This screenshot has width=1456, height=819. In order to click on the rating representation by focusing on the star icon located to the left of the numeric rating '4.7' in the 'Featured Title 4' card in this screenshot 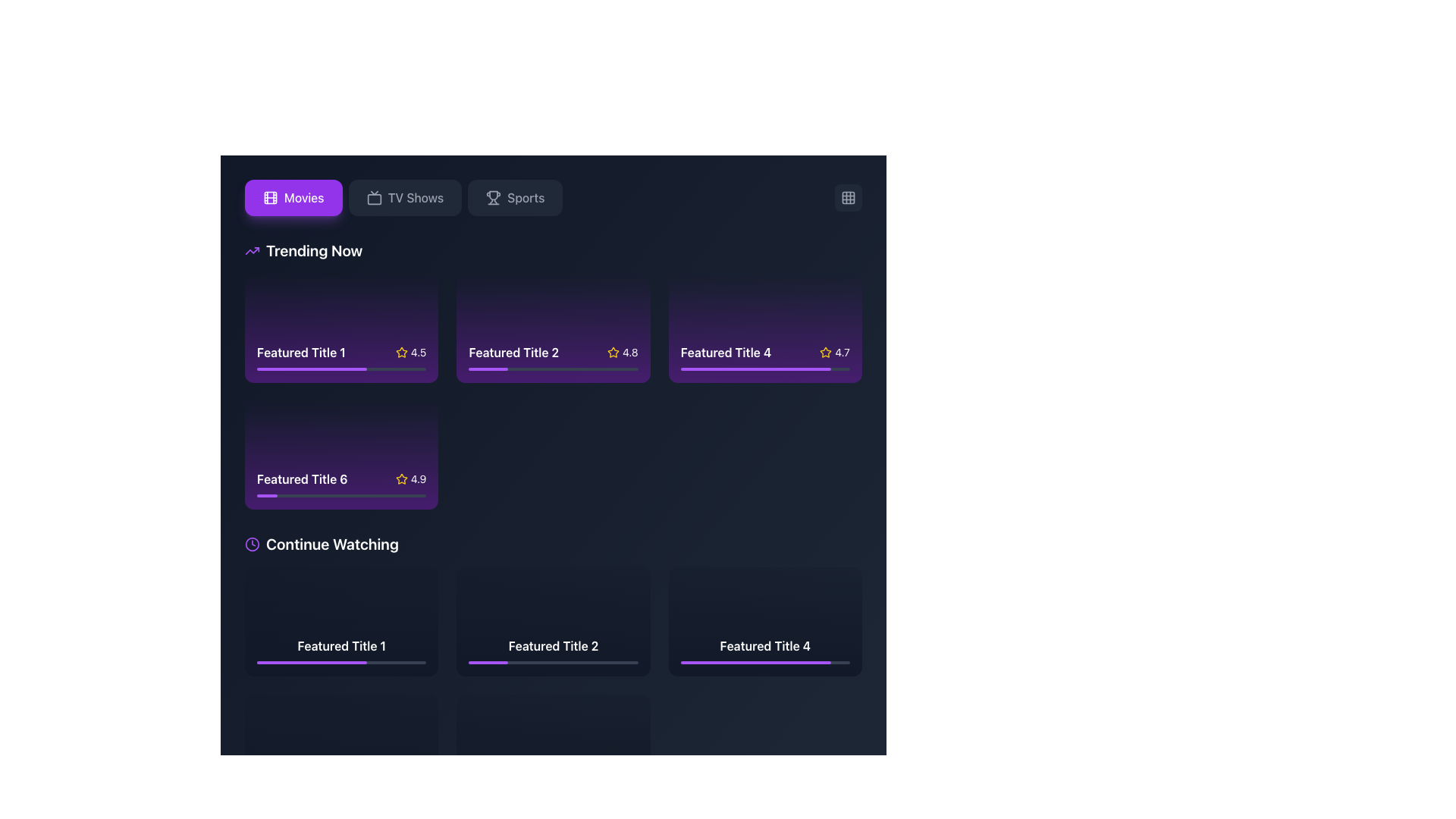, I will do `click(825, 352)`.